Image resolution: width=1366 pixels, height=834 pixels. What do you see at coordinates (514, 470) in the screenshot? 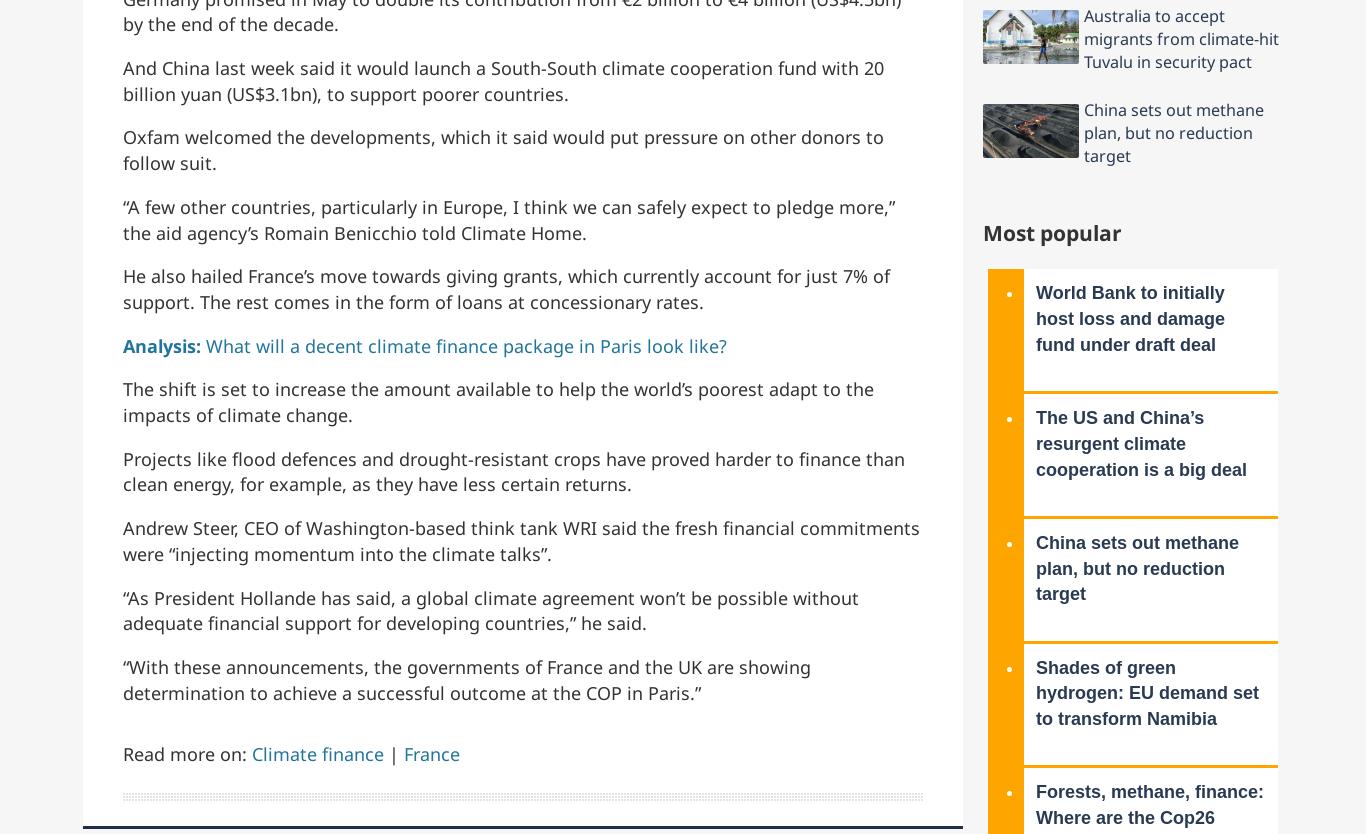
I see `'Projects like flood defences and drought-resistant crops have proved harder to finance than clean energy, for example, as they have less certain returns.'` at bounding box center [514, 470].